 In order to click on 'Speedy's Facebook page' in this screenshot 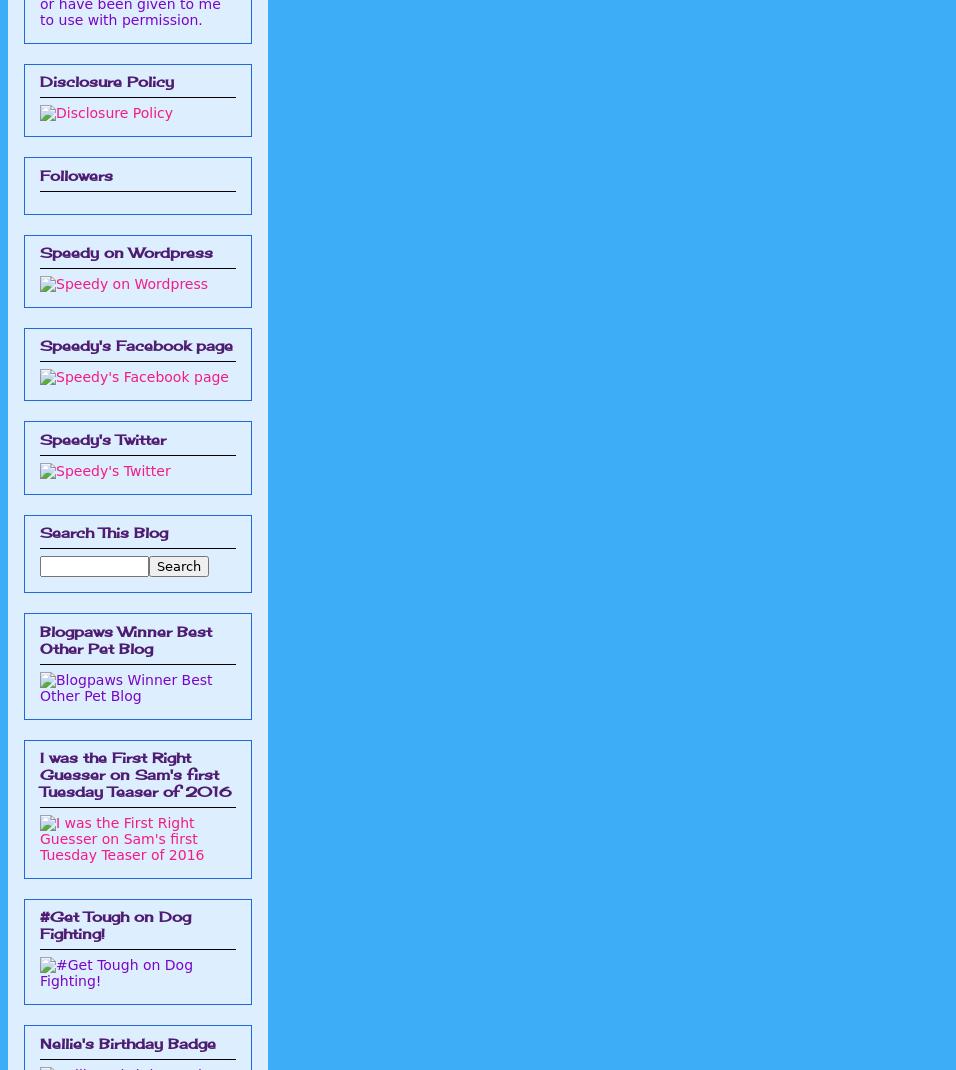, I will do `click(136, 345)`.